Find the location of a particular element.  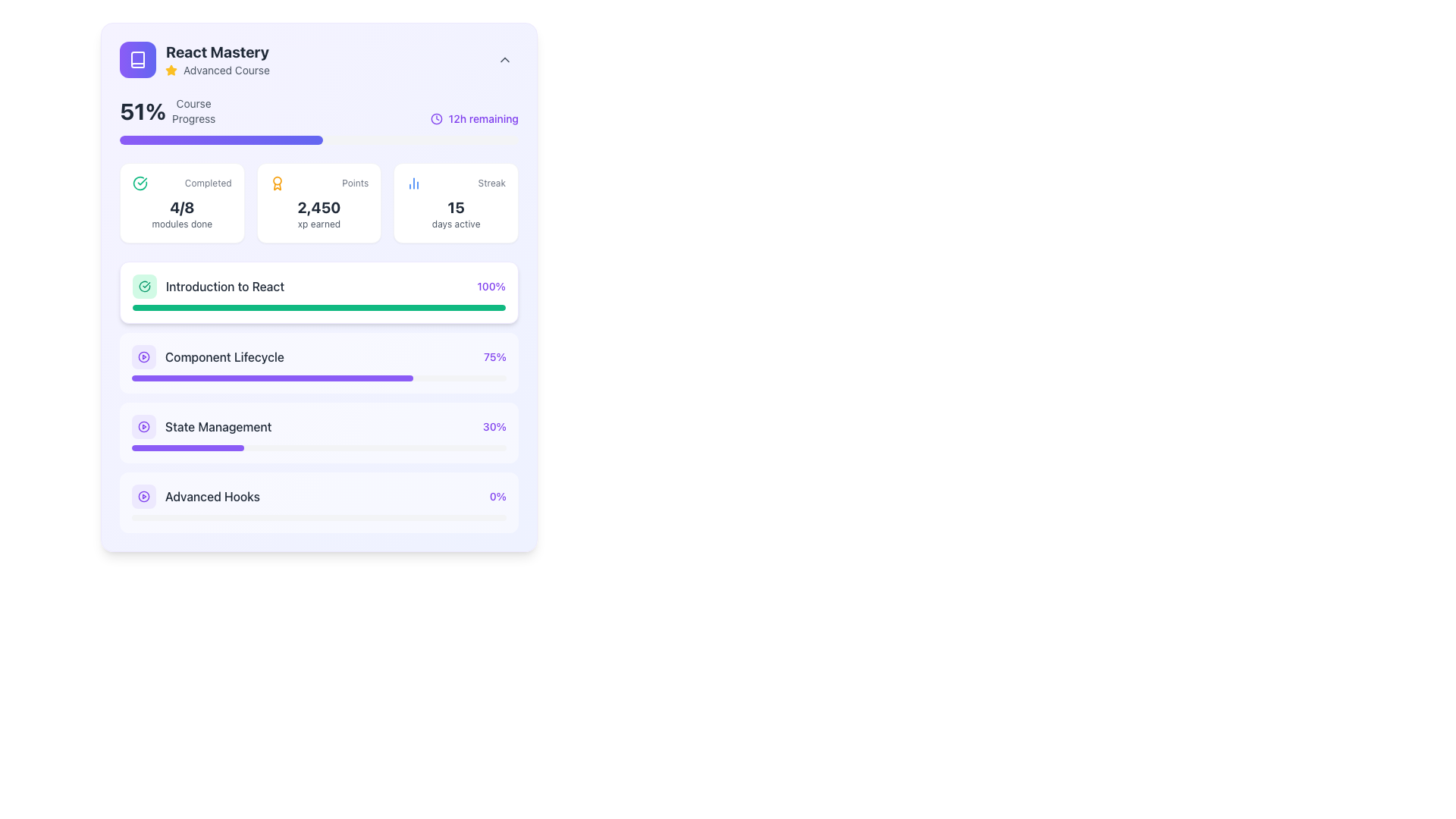

the amber award icon located to the left of the 'Points' label and directly under the course progress section is located at coordinates (277, 183).